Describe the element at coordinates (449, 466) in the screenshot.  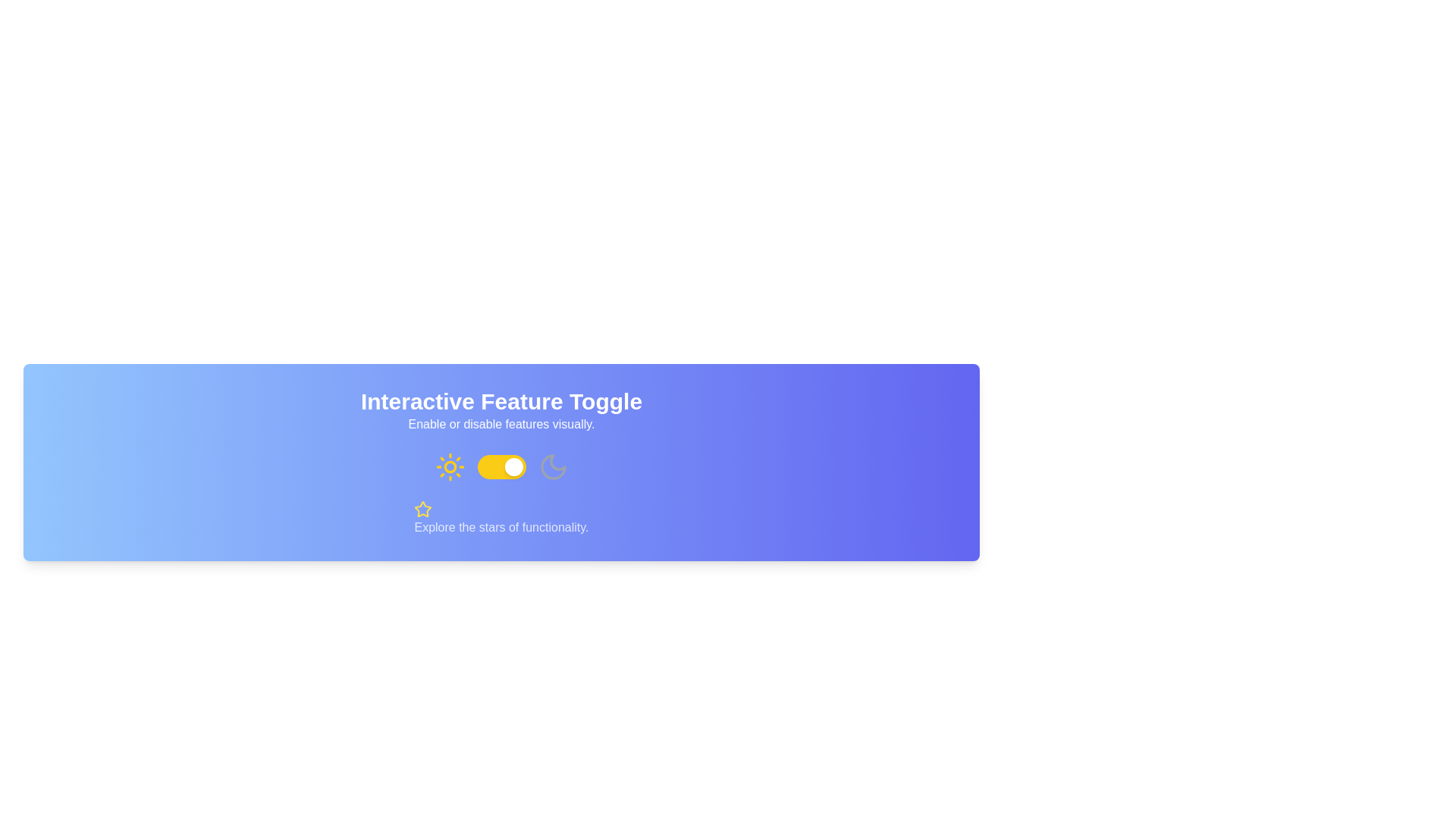
I see `the central circle of the sun icon, which is part of the sun toggle interface` at that location.